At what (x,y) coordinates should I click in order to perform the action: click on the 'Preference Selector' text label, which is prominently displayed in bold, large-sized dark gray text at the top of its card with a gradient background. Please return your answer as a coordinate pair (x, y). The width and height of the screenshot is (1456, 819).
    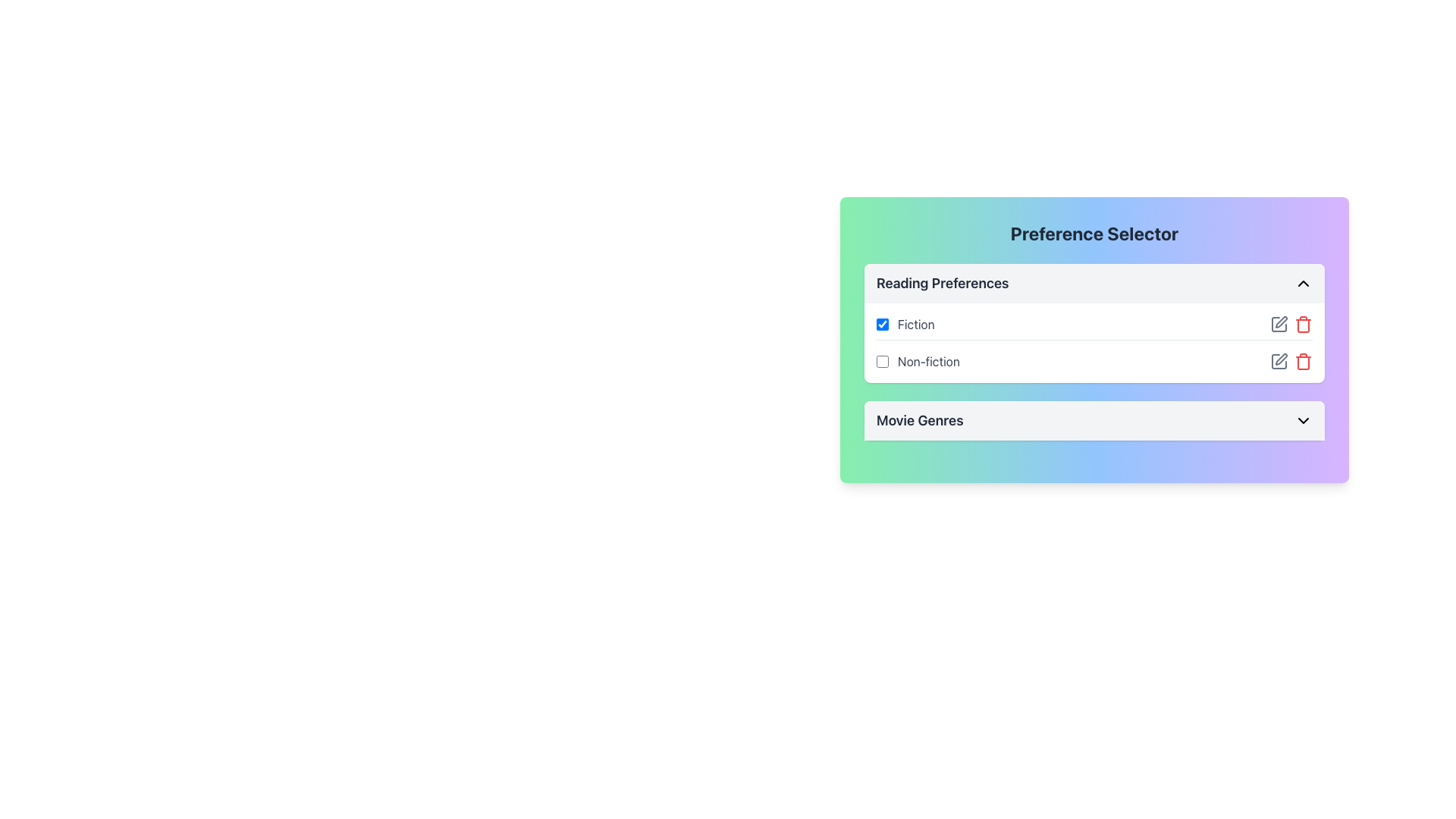
    Looking at the image, I should click on (1094, 234).